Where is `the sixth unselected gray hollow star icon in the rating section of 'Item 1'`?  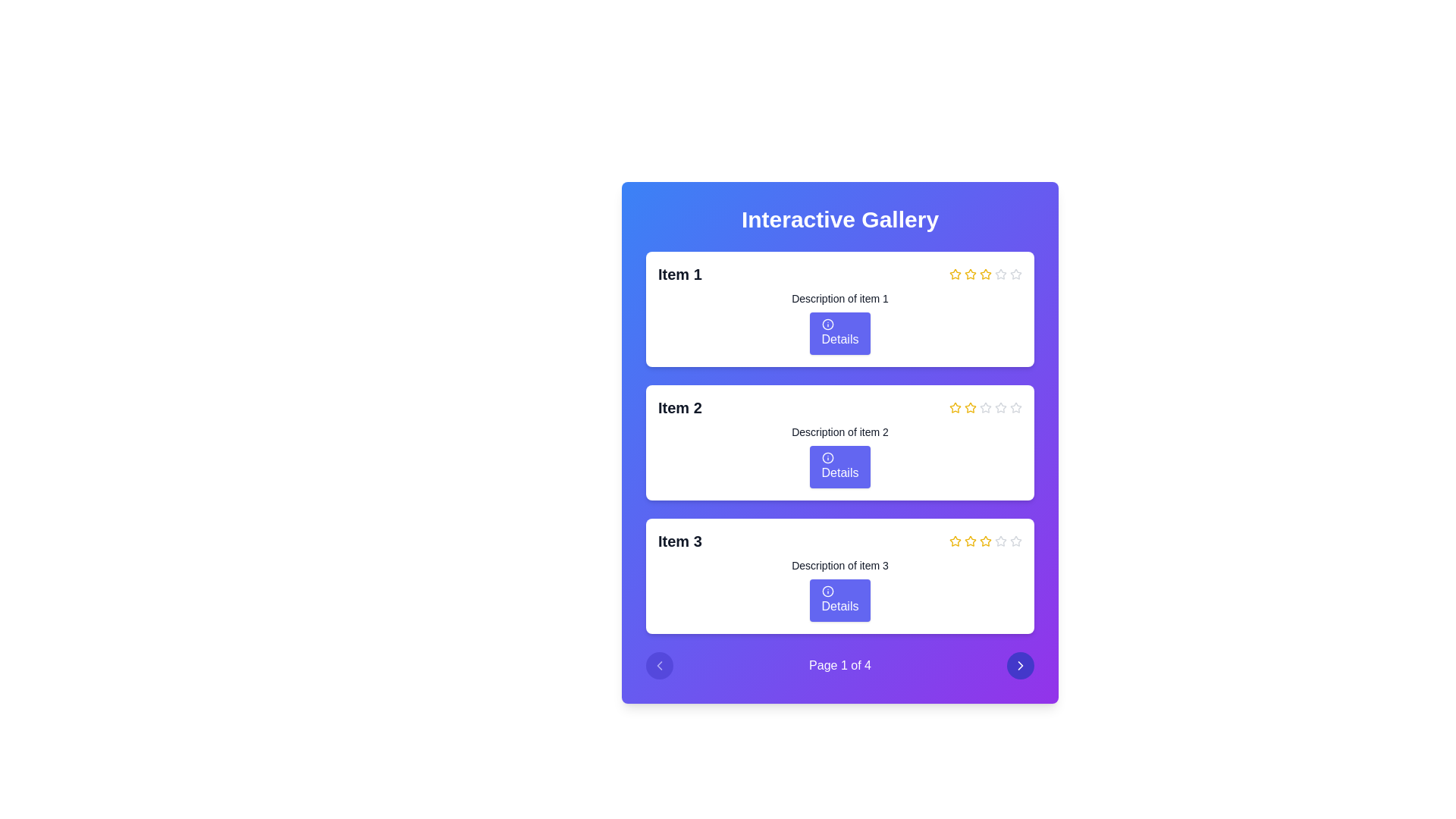
the sixth unselected gray hollow star icon in the rating section of 'Item 1' is located at coordinates (1001, 275).